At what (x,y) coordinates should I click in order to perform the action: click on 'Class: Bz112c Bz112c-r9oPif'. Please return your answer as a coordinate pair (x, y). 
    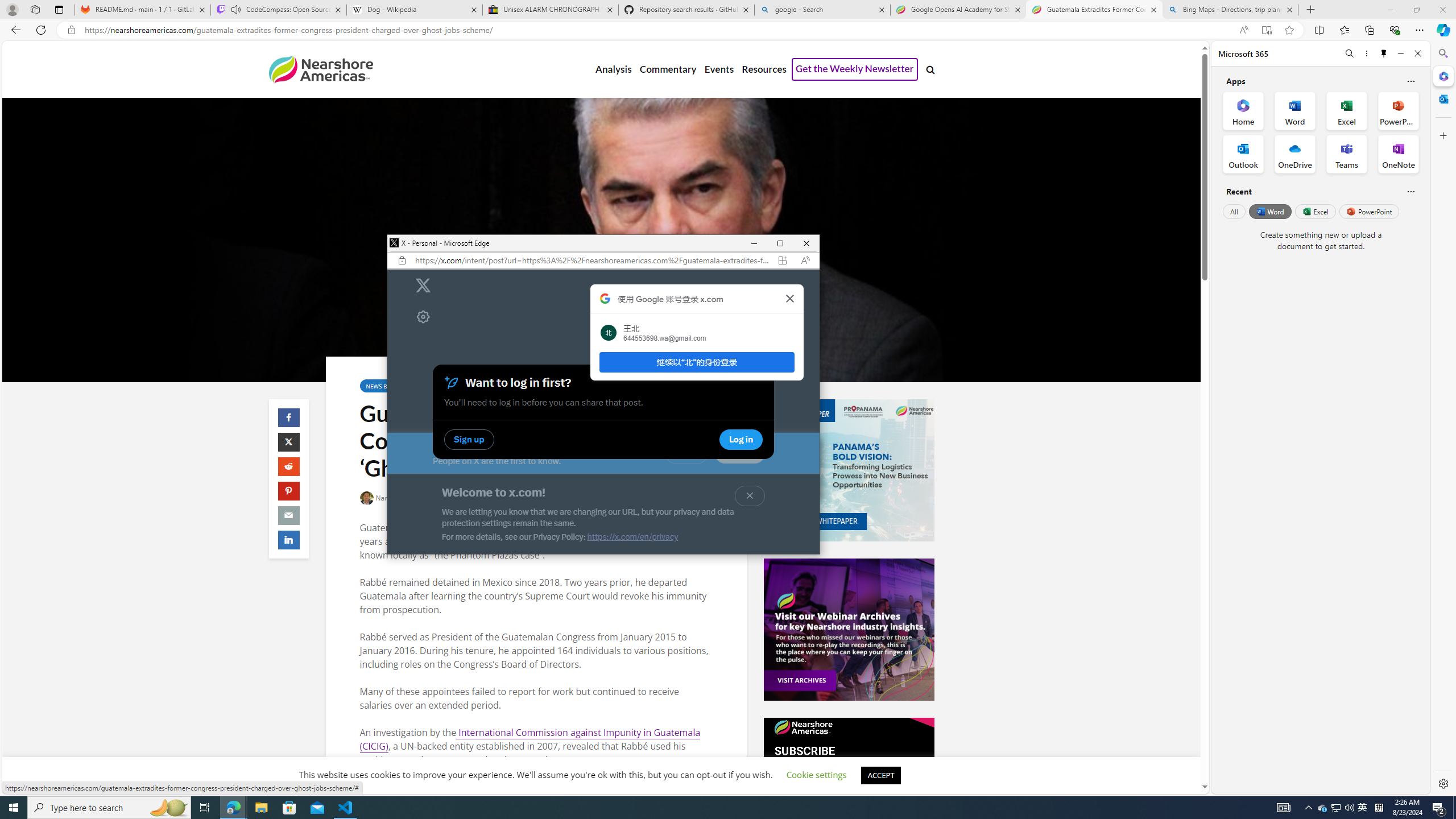
    Looking at the image, I should click on (789, 298).